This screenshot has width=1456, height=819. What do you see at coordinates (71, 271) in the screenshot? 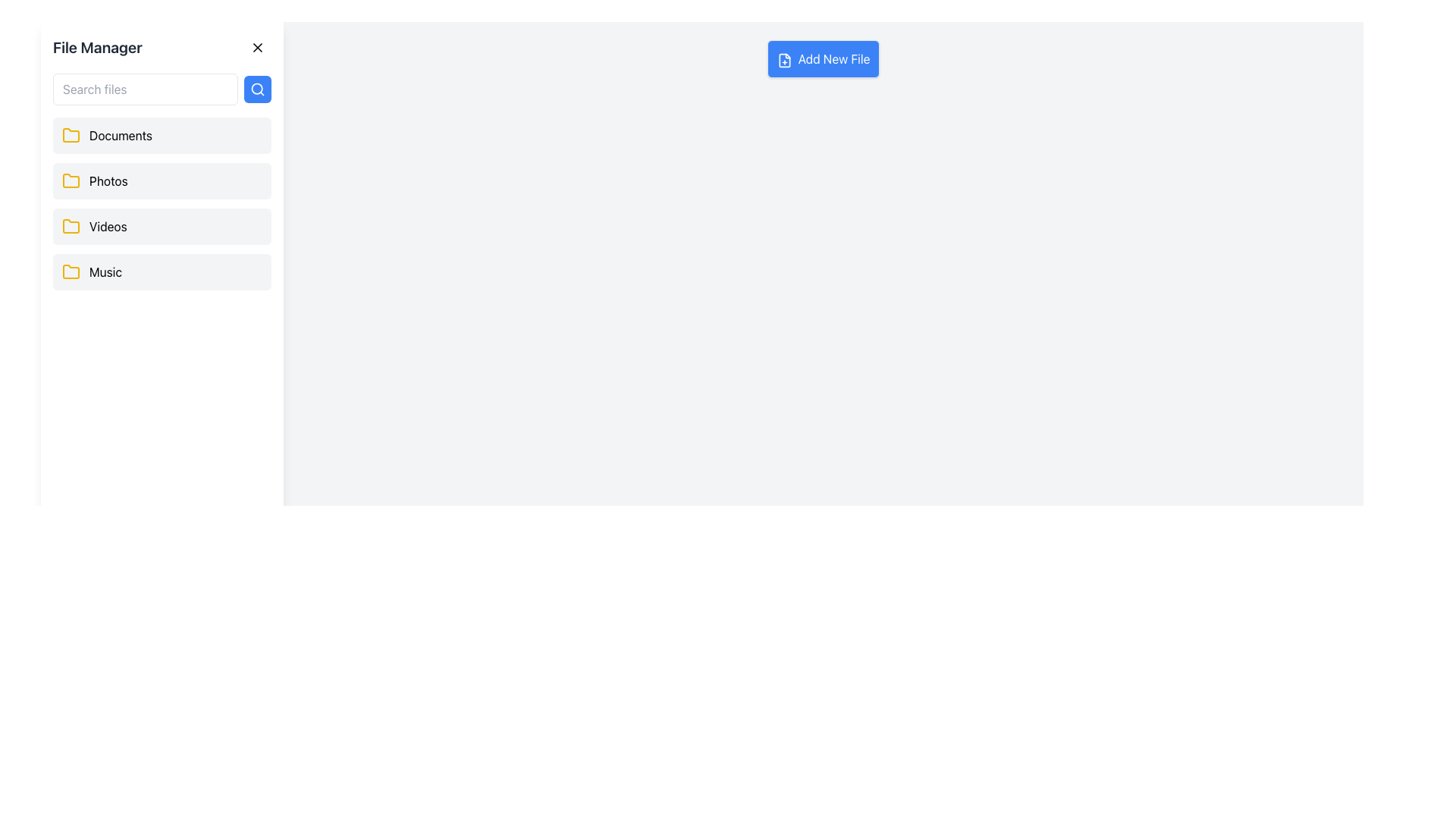
I see `the folder icon with a yellow outline located to the left of the text 'Music'` at bounding box center [71, 271].